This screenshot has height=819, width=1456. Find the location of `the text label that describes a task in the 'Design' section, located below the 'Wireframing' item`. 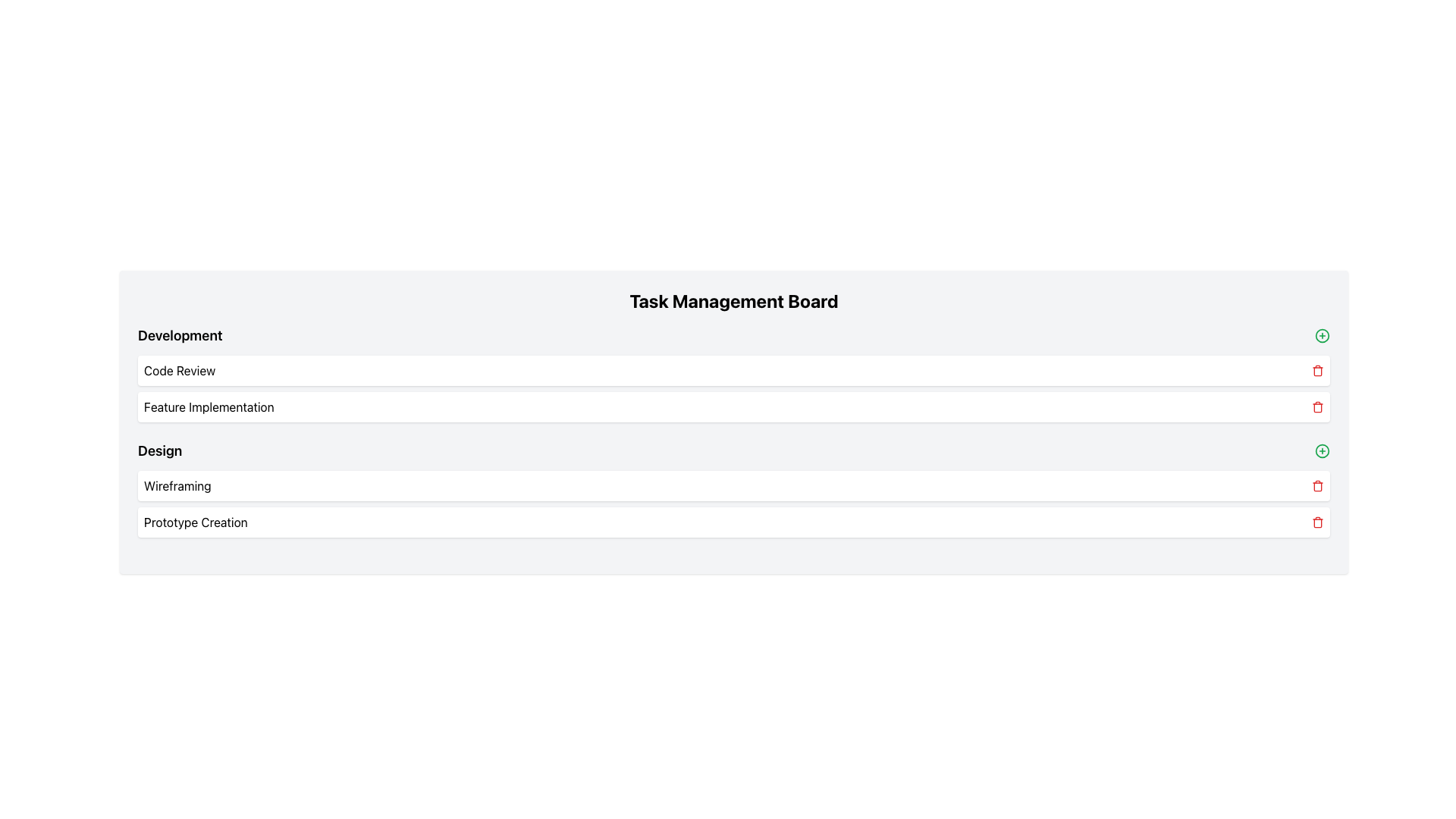

the text label that describes a task in the 'Design' section, located below the 'Wireframing' item is located at coordinates (195, 522).